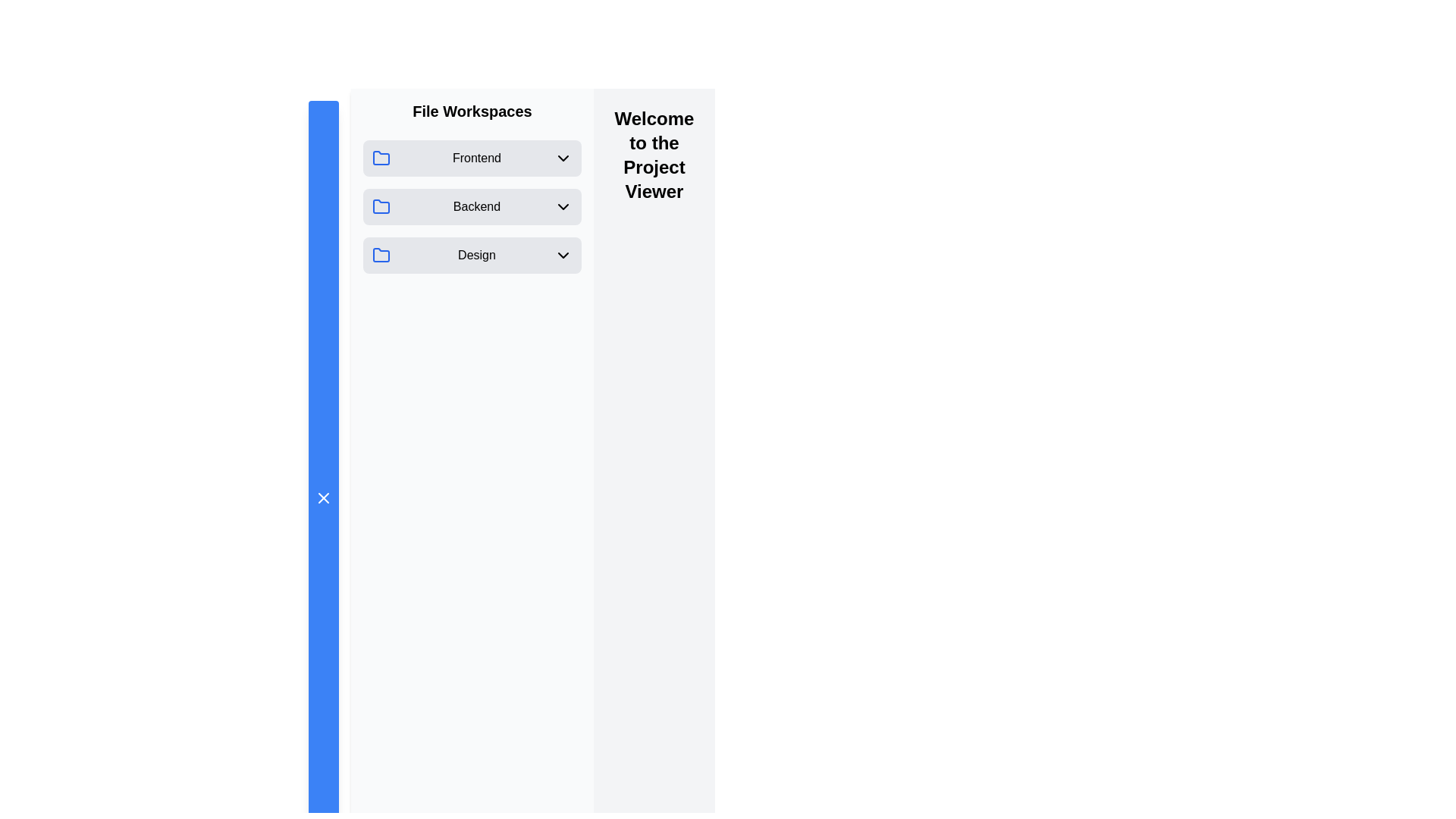 The image size is (1456, 819). I want to click on the text label or heading that indicates the section for file workspaces, located at the top of the workspace list, so click(472, 110).